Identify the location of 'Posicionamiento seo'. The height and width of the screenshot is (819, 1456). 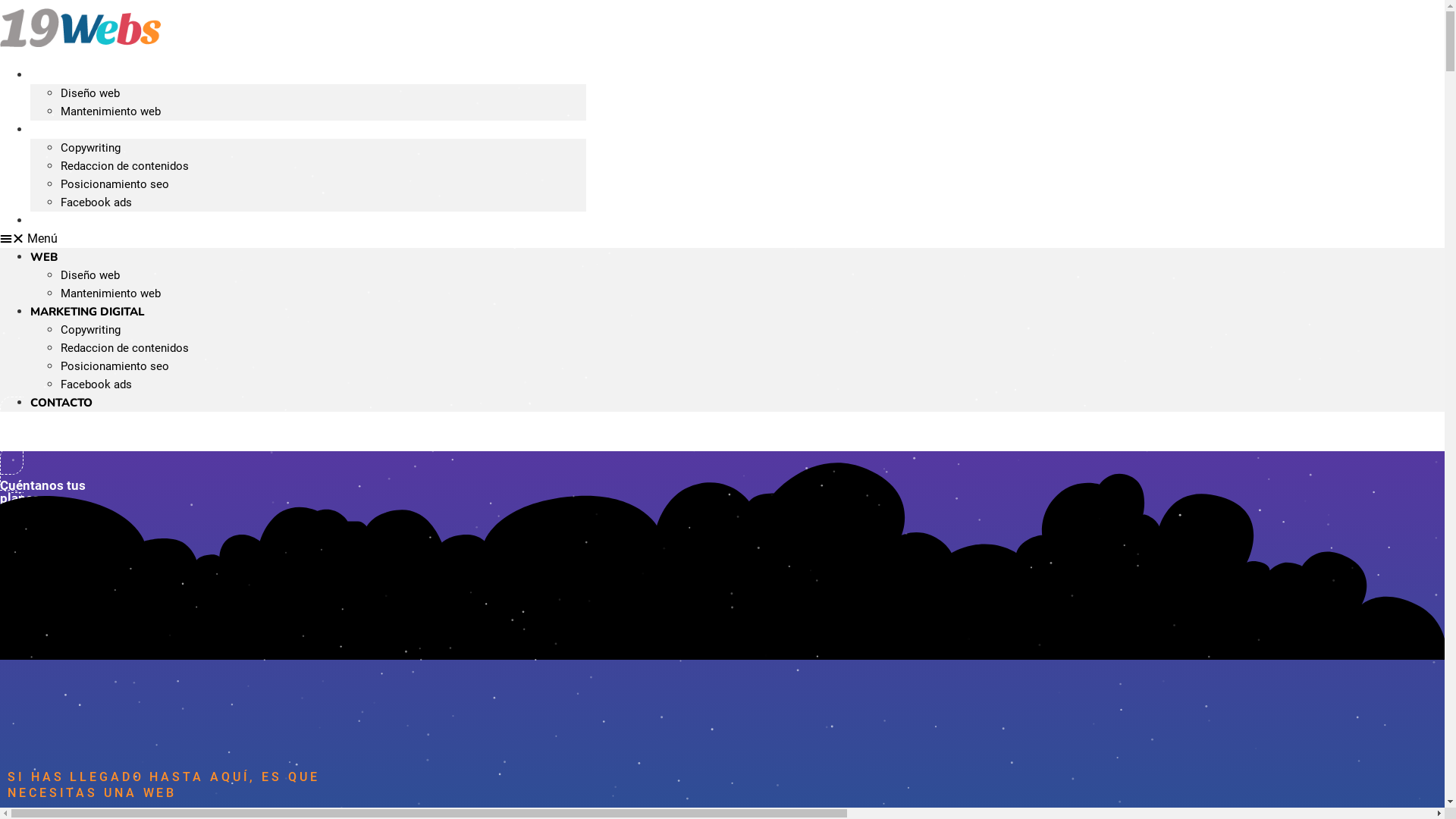
(114, 184).